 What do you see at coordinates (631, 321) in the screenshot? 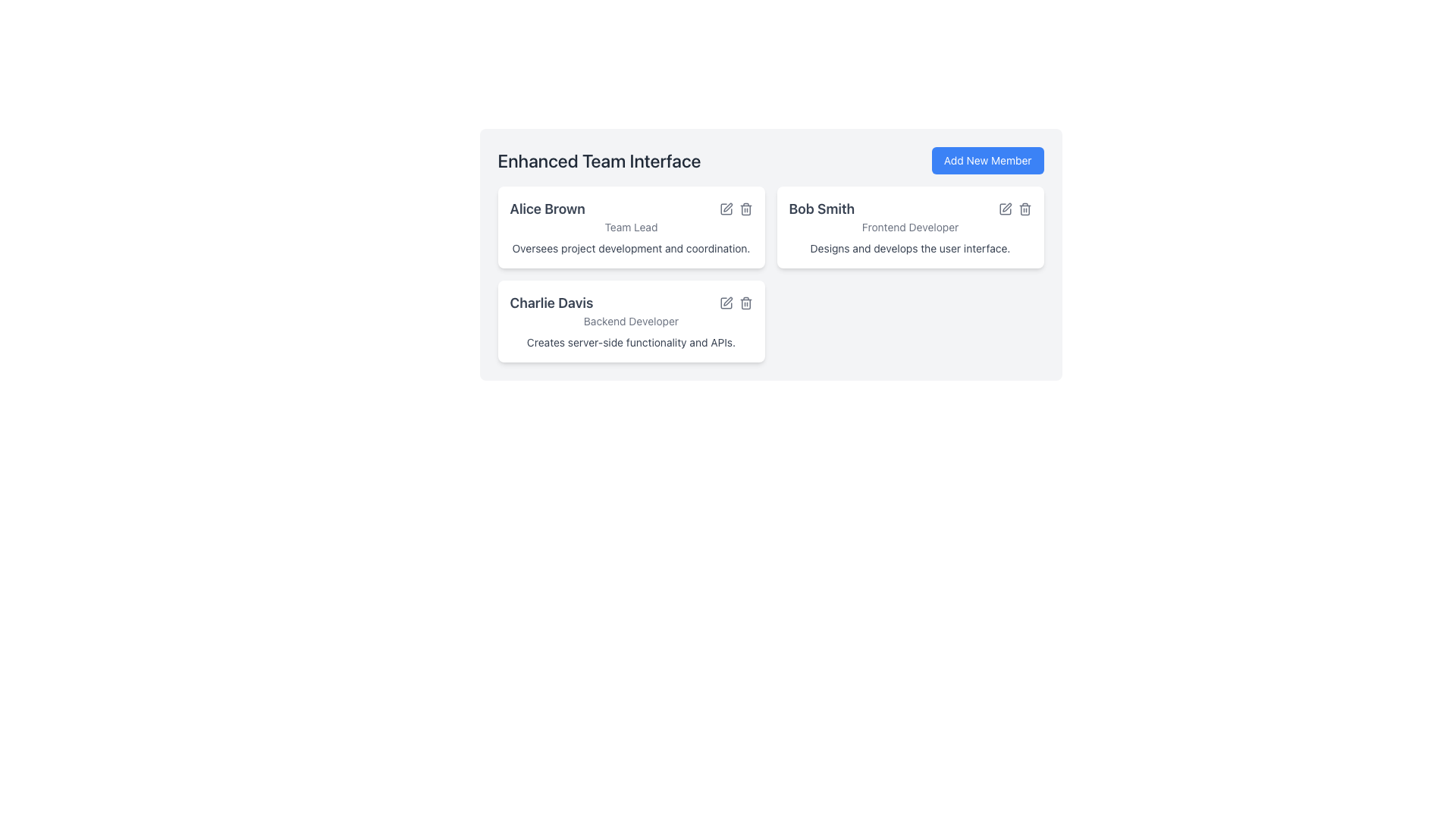
I see `the Static Text Label indicating the job title of user 'Charlie Davis', which is positioned in the middle section of the user card, between the larger text and the description` at bounding box center [631, 321].